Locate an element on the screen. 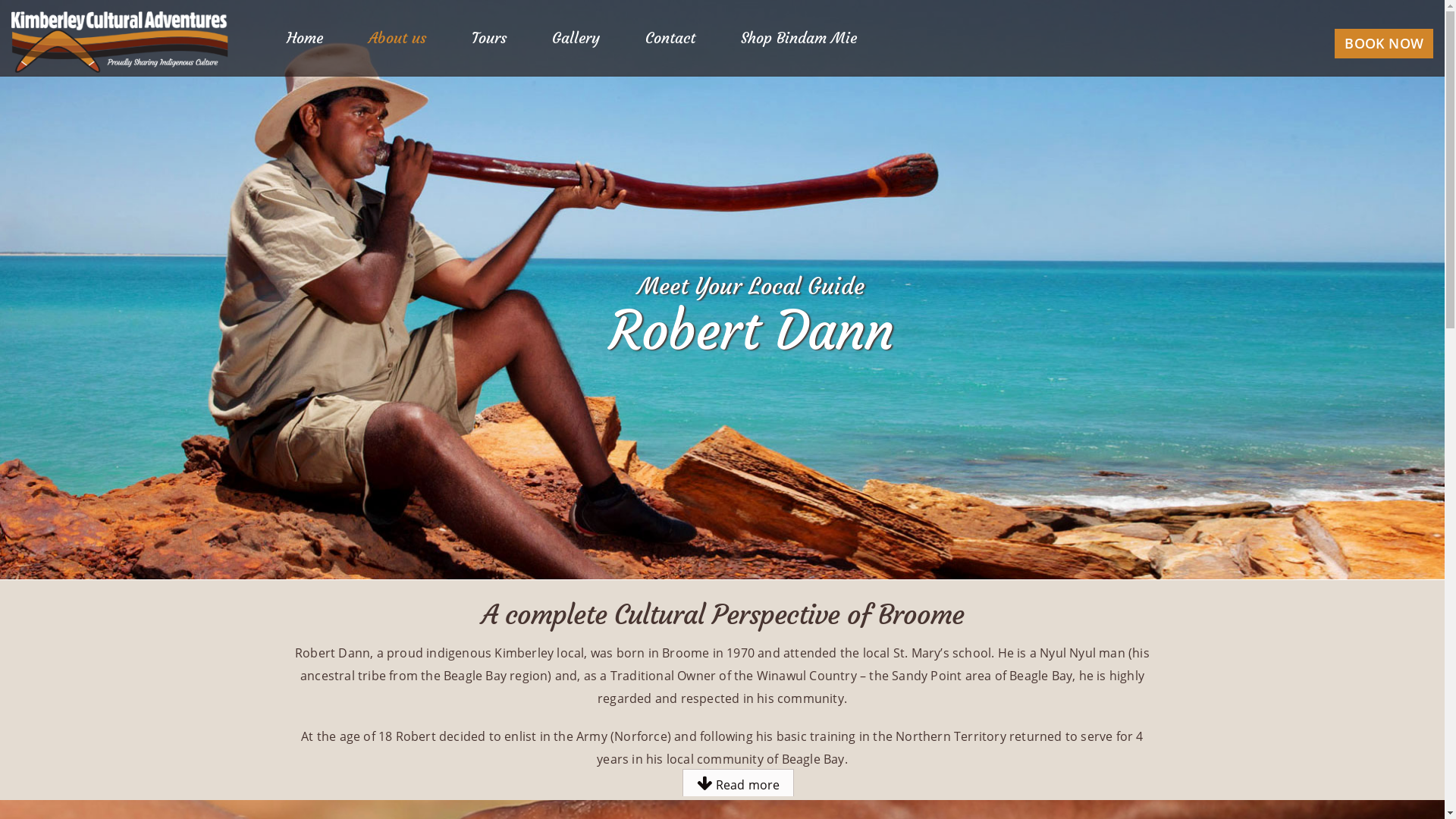 The height and width of the screenshot is (819, 1456). 'Home' is located at coordinates (304, 37).